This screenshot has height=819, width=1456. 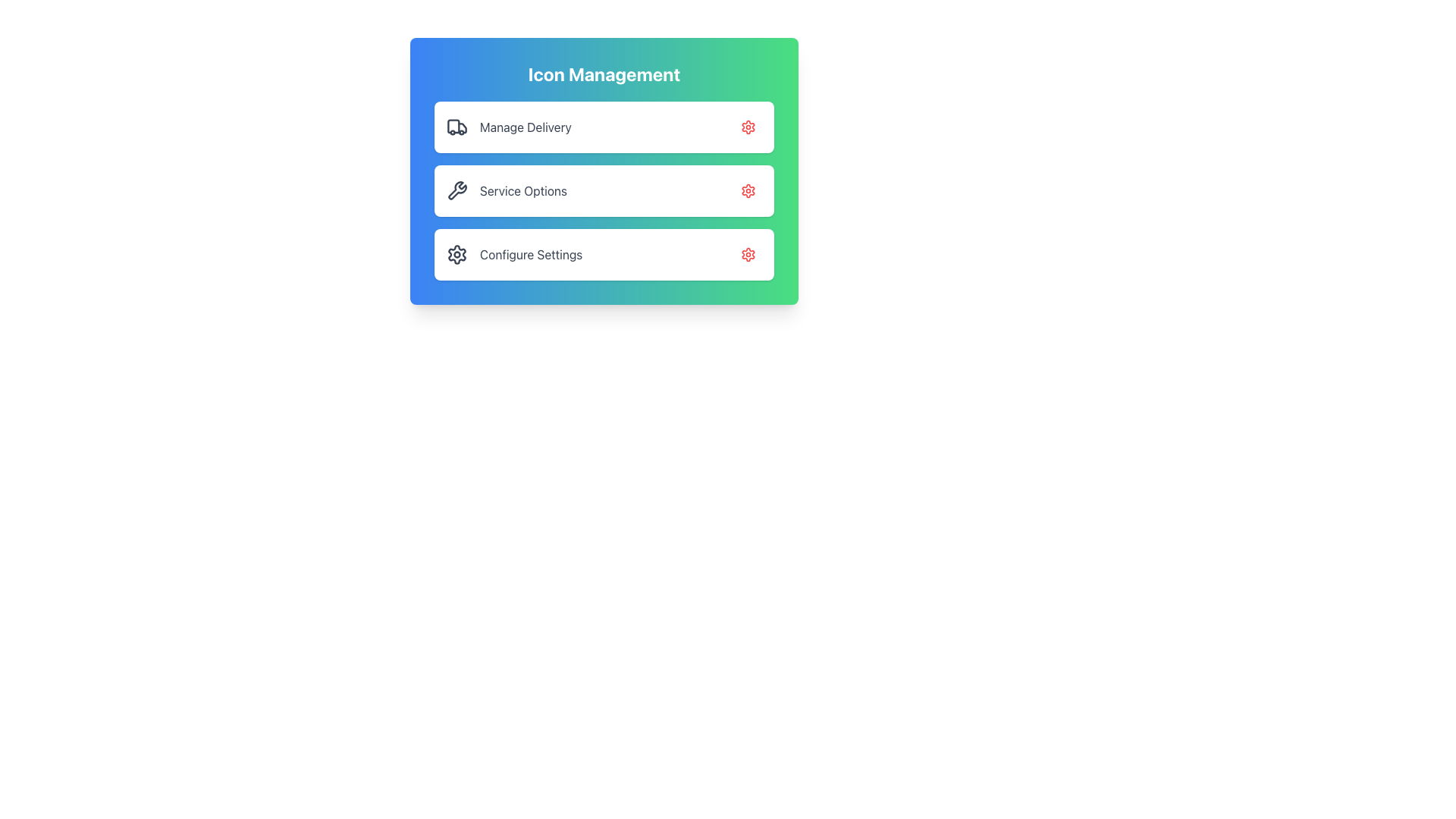 I want to click on the settings button for the 'Manage Delivery' section, so click(x=748, y=127).